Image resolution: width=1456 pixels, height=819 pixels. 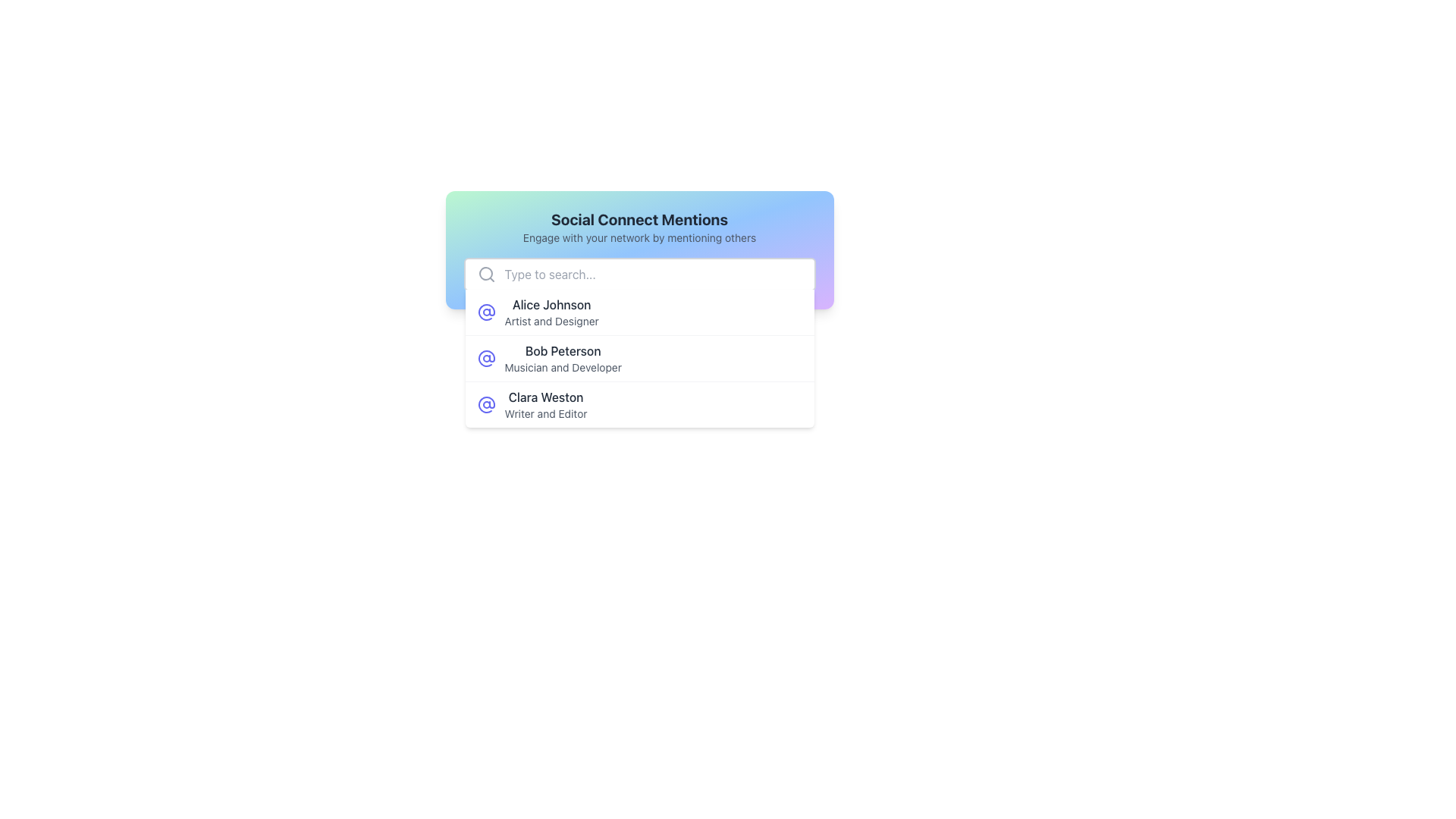 What do you see at coordinates (562, 368) in the screenshot?
I see `the text label that describes the role or attributes of 'Bob Peterson,' located directly below the name in the dropdown interface` at bounding box center [562, 368].